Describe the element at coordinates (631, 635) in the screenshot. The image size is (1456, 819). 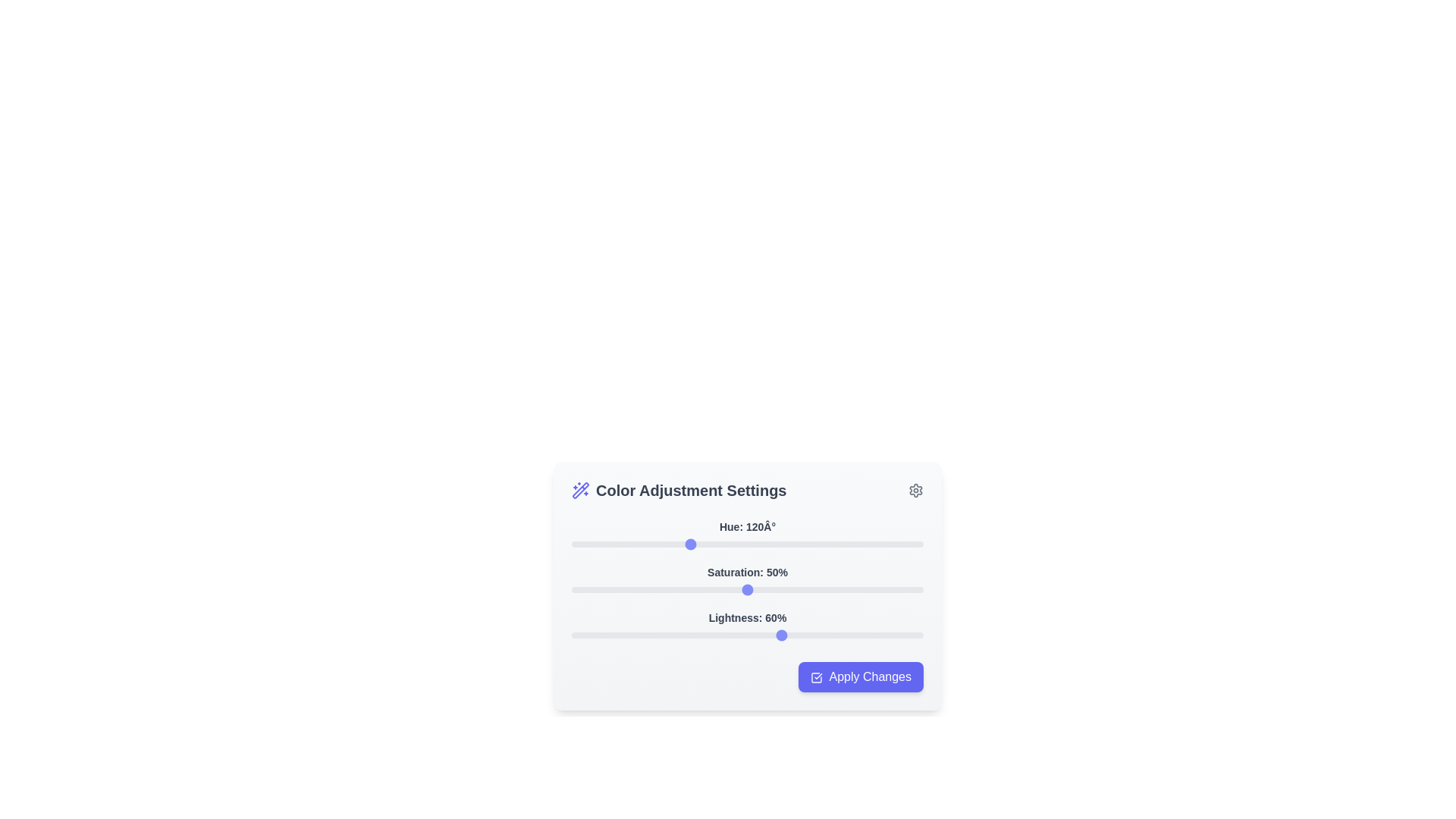
I see `the lightness` at that location.